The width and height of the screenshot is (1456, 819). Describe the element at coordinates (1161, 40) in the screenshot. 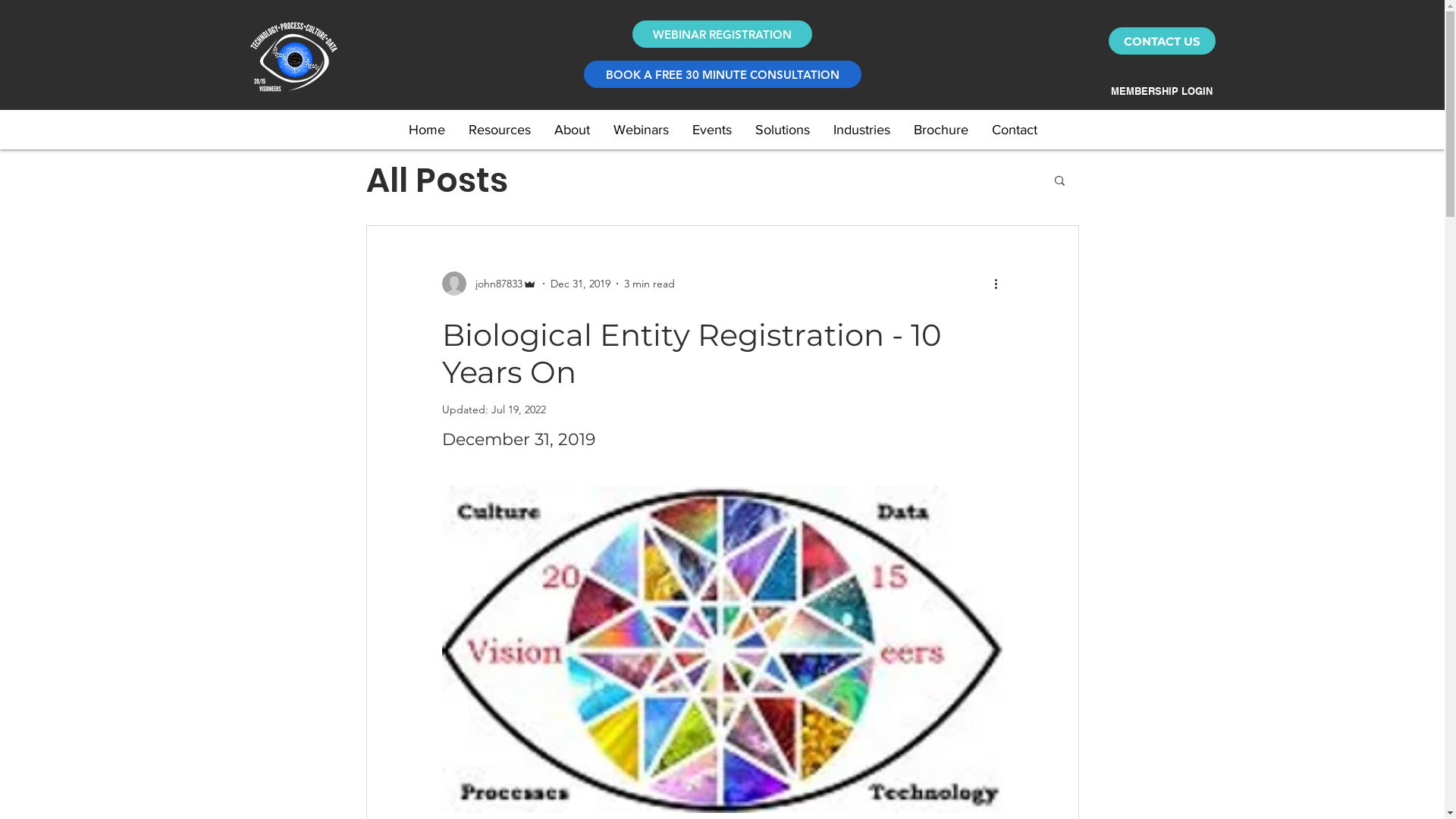

I see `'CONTACT US'` at that location.